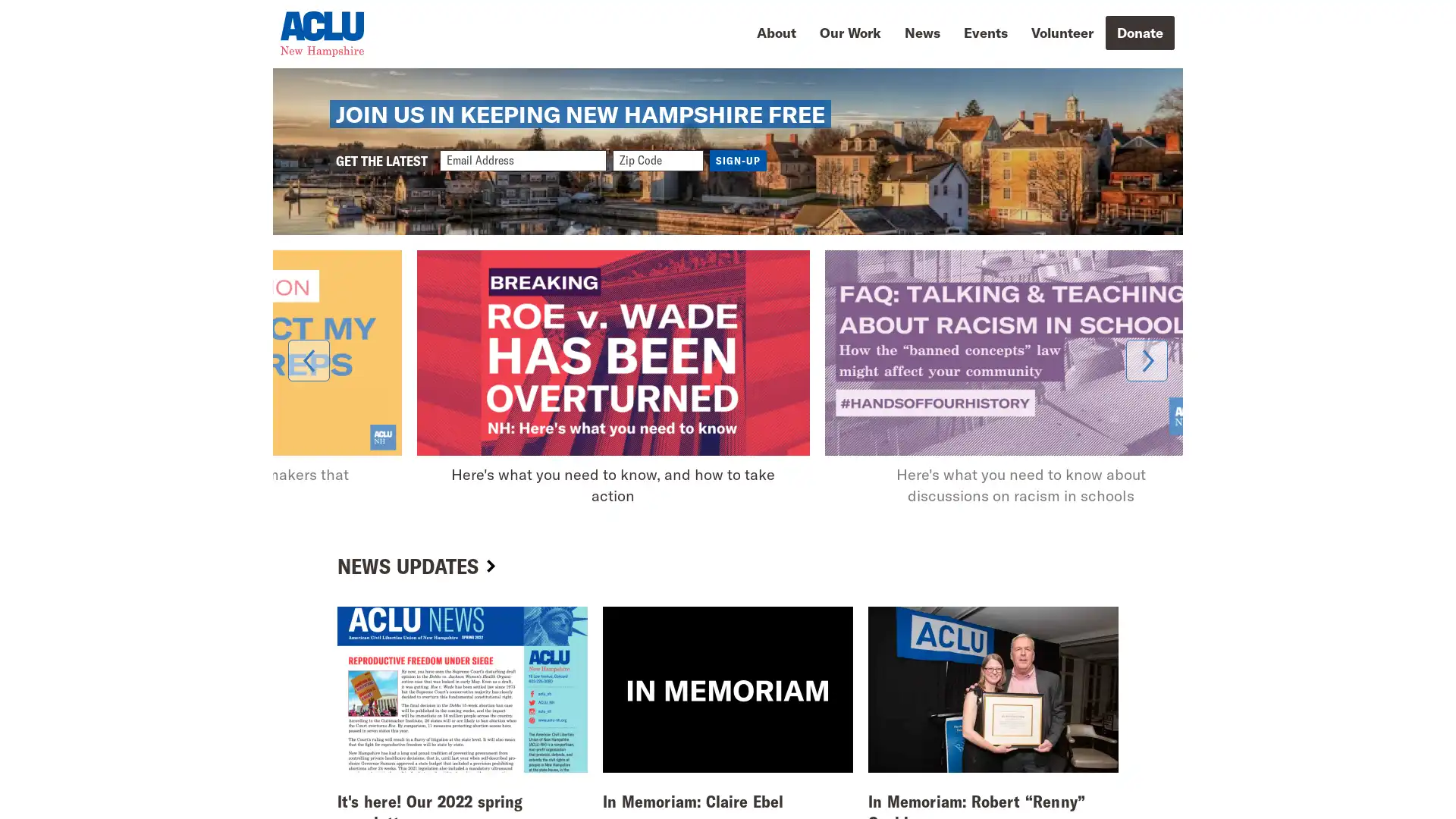 Image resolution: width=1456 pixels, height=819 pixels. I want to click on SHOW NEXT STORIES, so click(1147, 419).